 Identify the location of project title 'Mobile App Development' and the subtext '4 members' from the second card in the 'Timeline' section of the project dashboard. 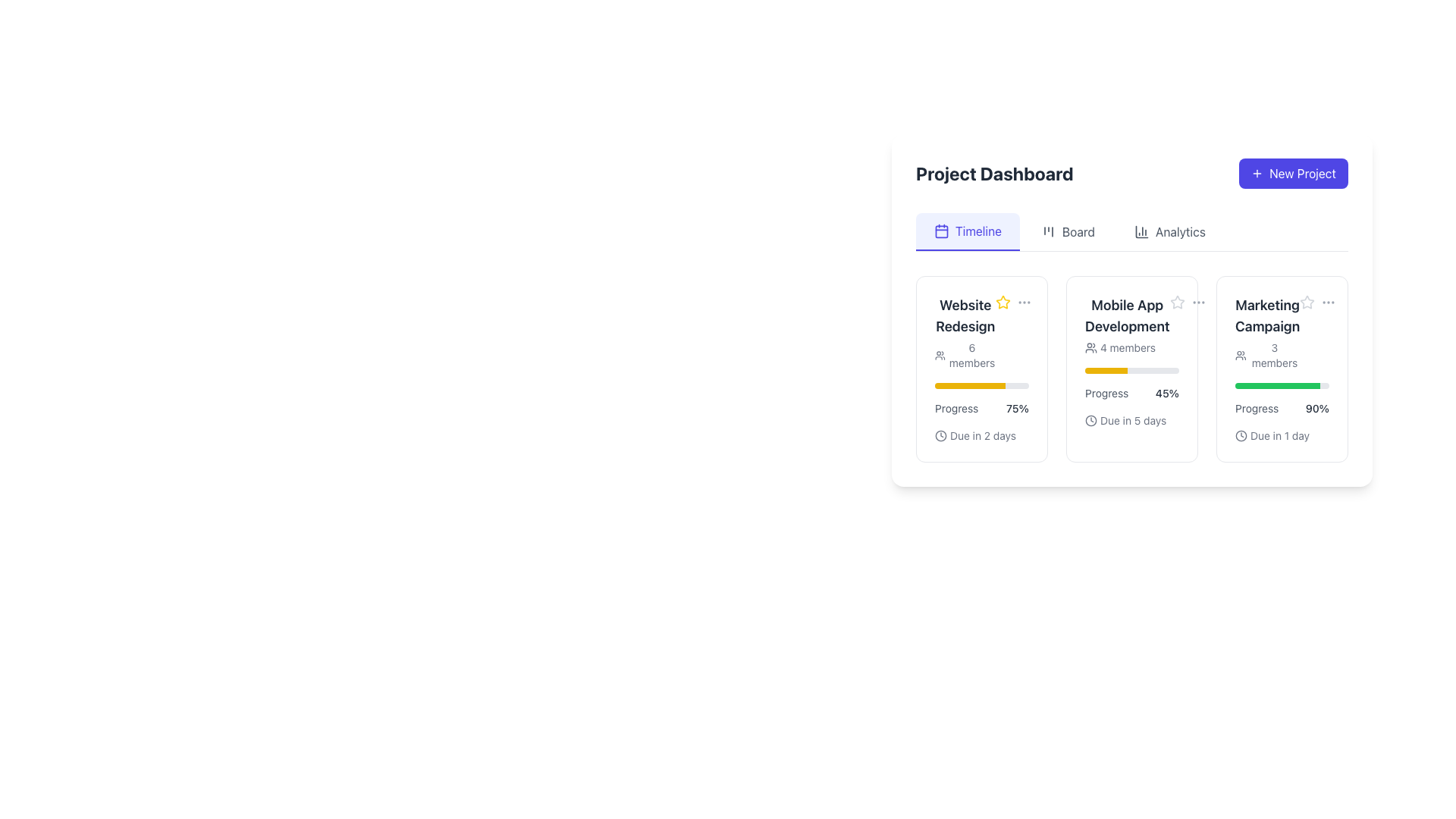
(1131, 324).